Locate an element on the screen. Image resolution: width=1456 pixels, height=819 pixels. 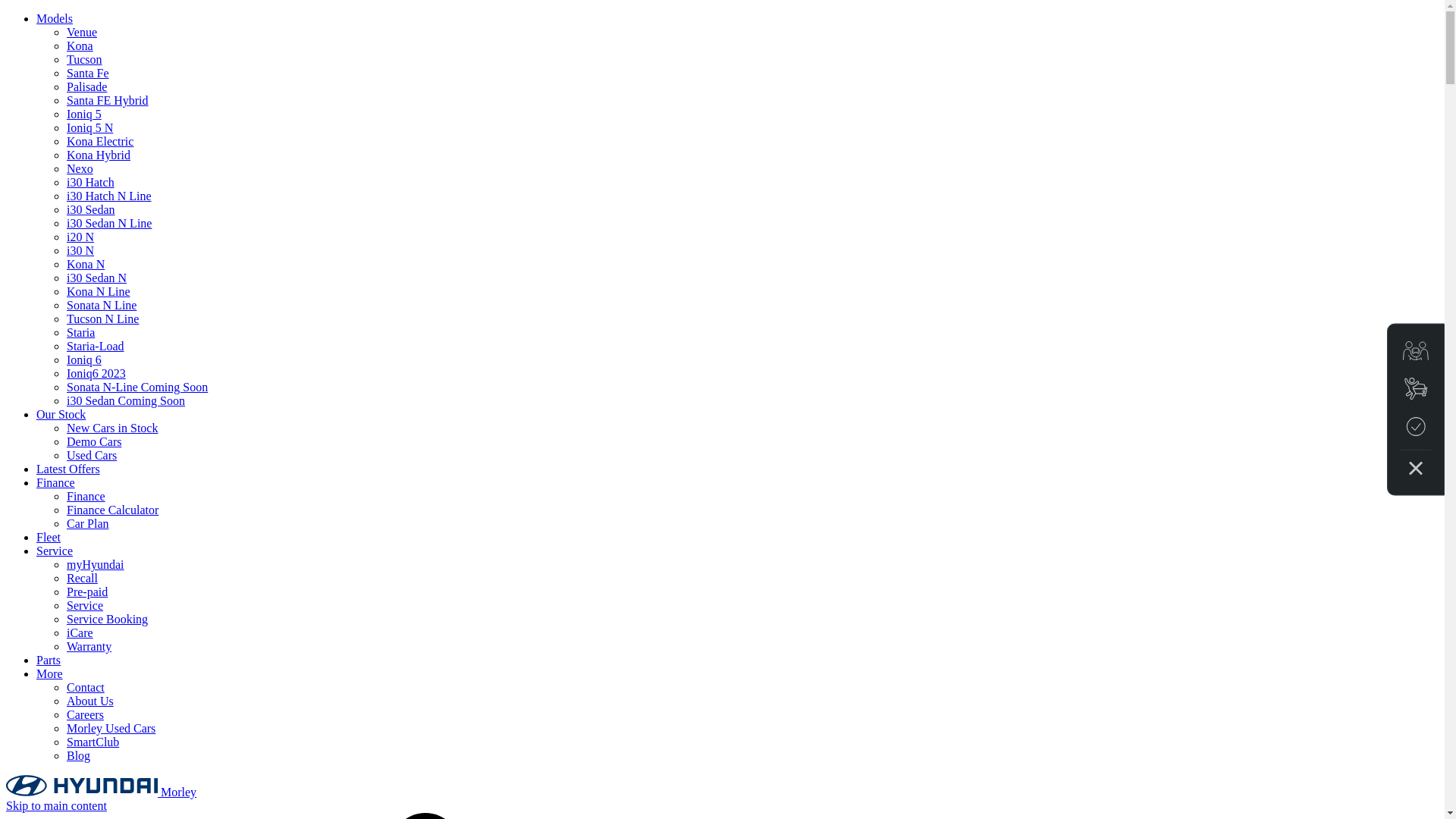
'About Us' is located at coordinates (89, 701).